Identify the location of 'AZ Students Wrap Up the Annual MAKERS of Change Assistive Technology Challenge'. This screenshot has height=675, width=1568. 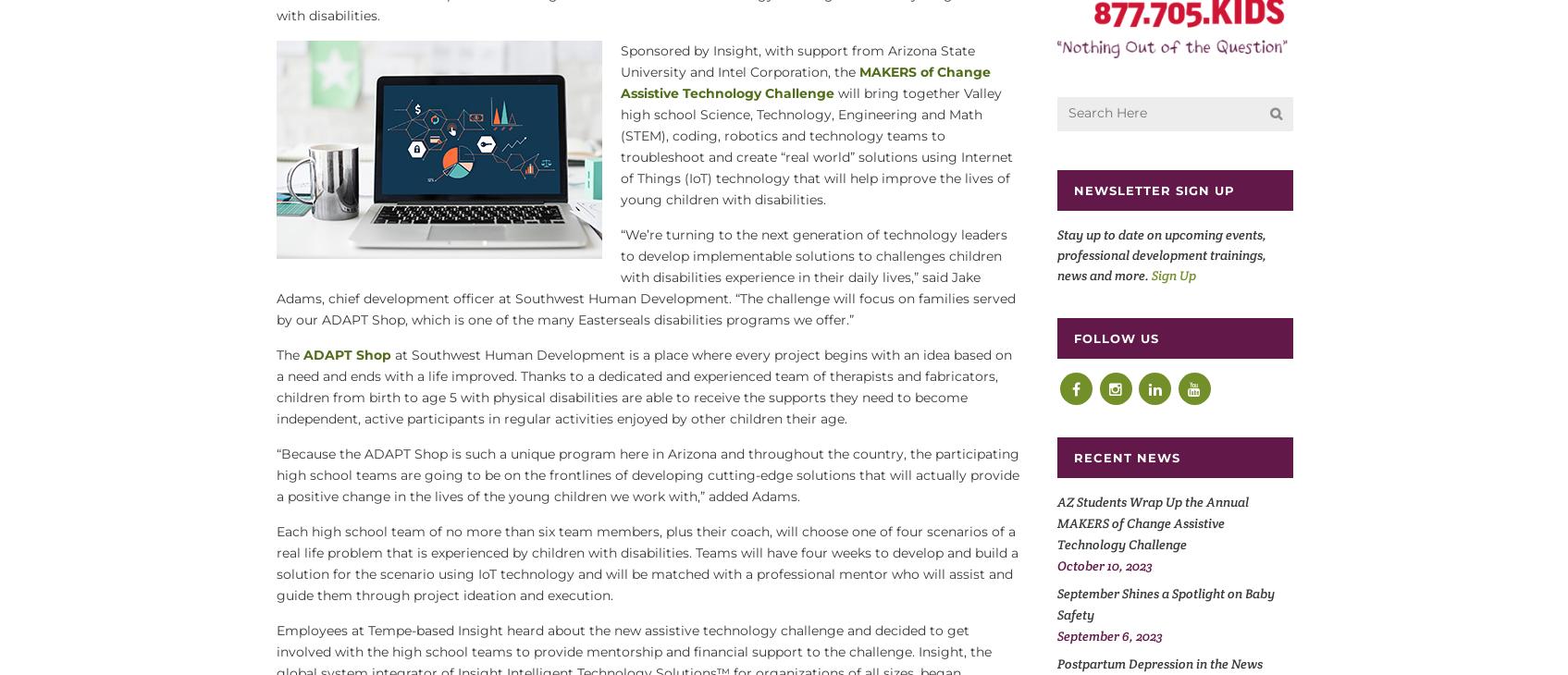
(1151, 522).